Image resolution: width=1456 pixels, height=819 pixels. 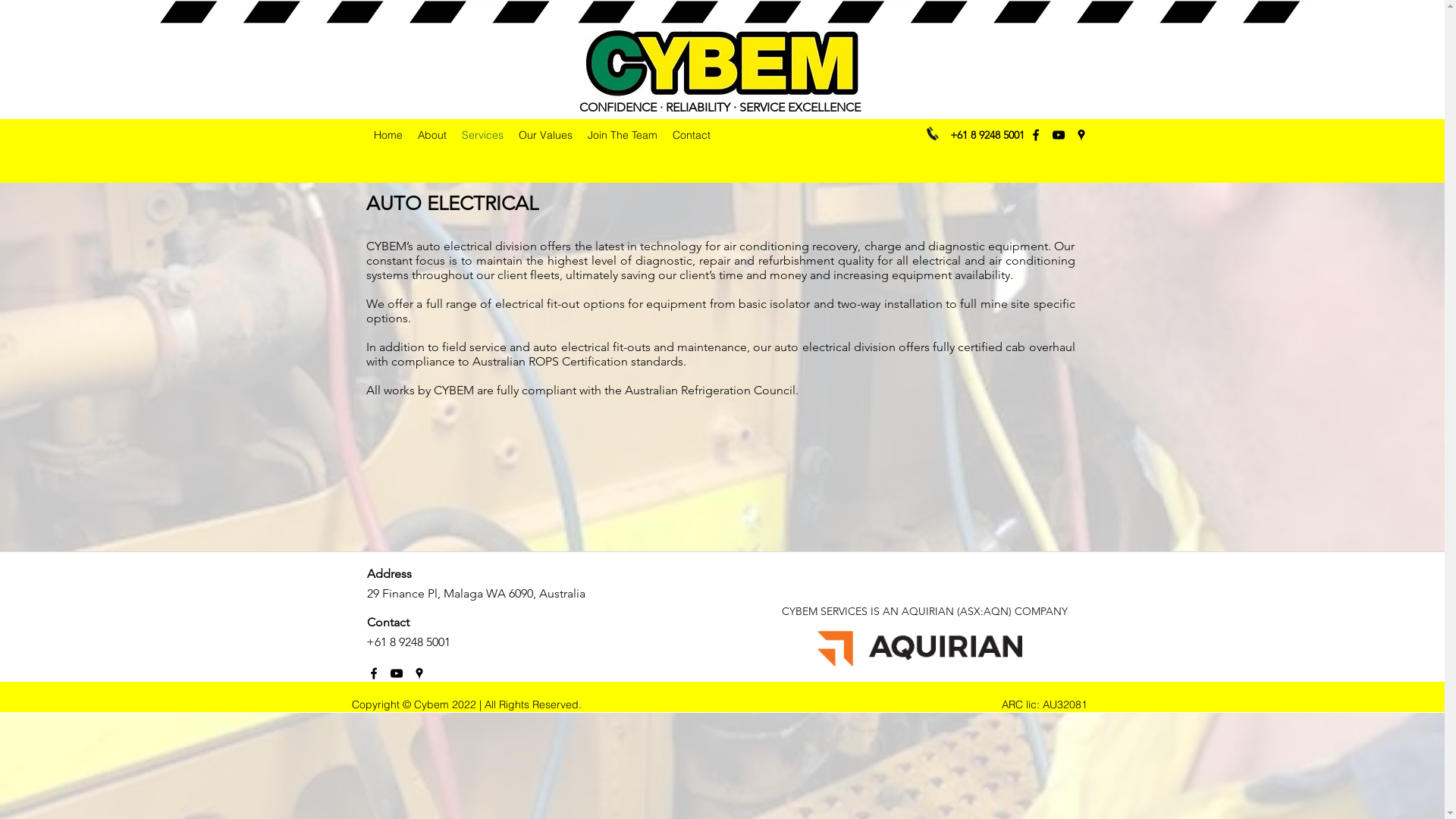 I want to click on 'Join The Team', so click(x=622, y=133).